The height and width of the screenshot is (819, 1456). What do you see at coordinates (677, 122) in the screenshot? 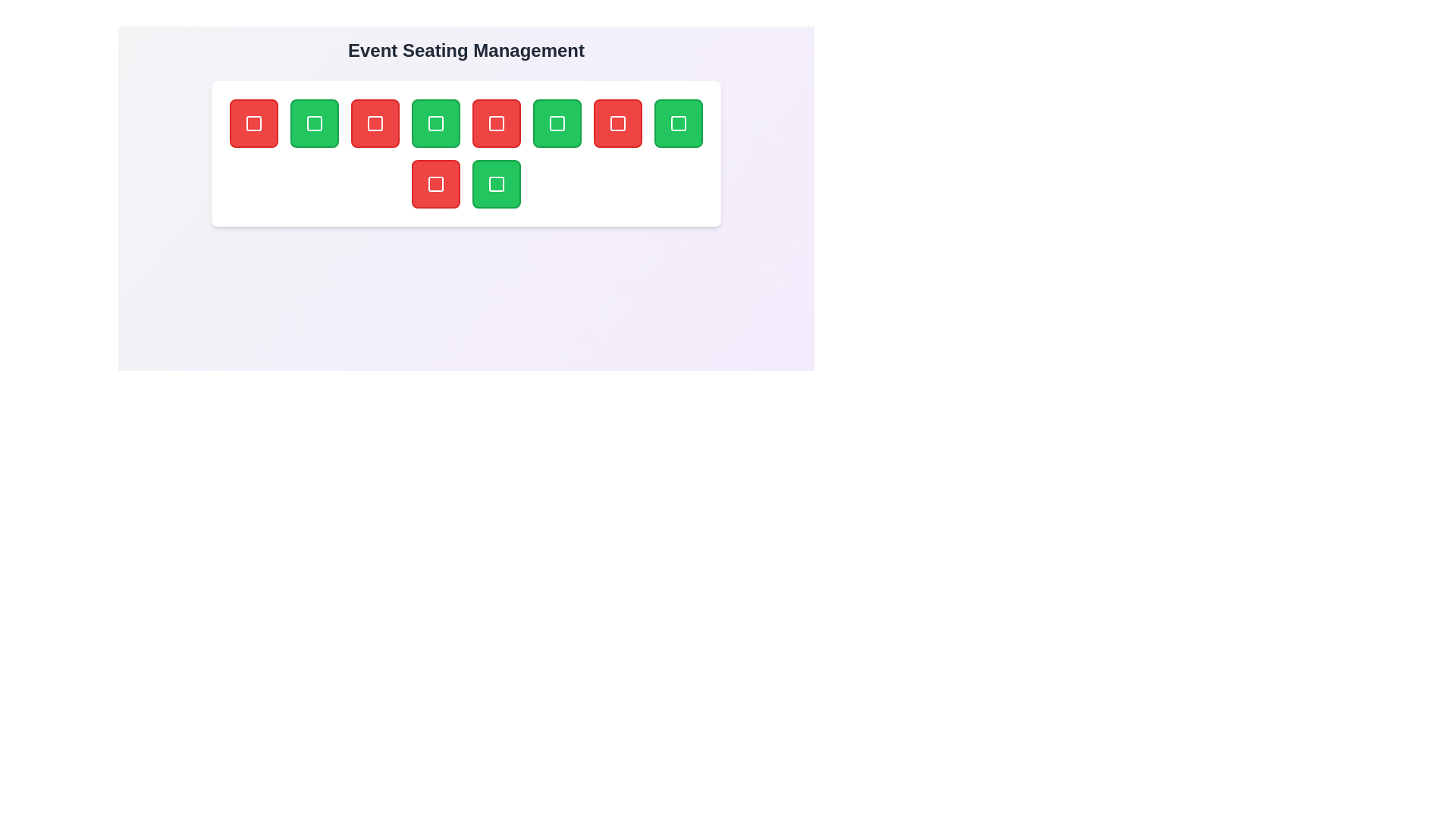
I see `the inner visual component located at the far-right corner of the button styled as a green square within a grid layout` at bounding box center [677, 122].